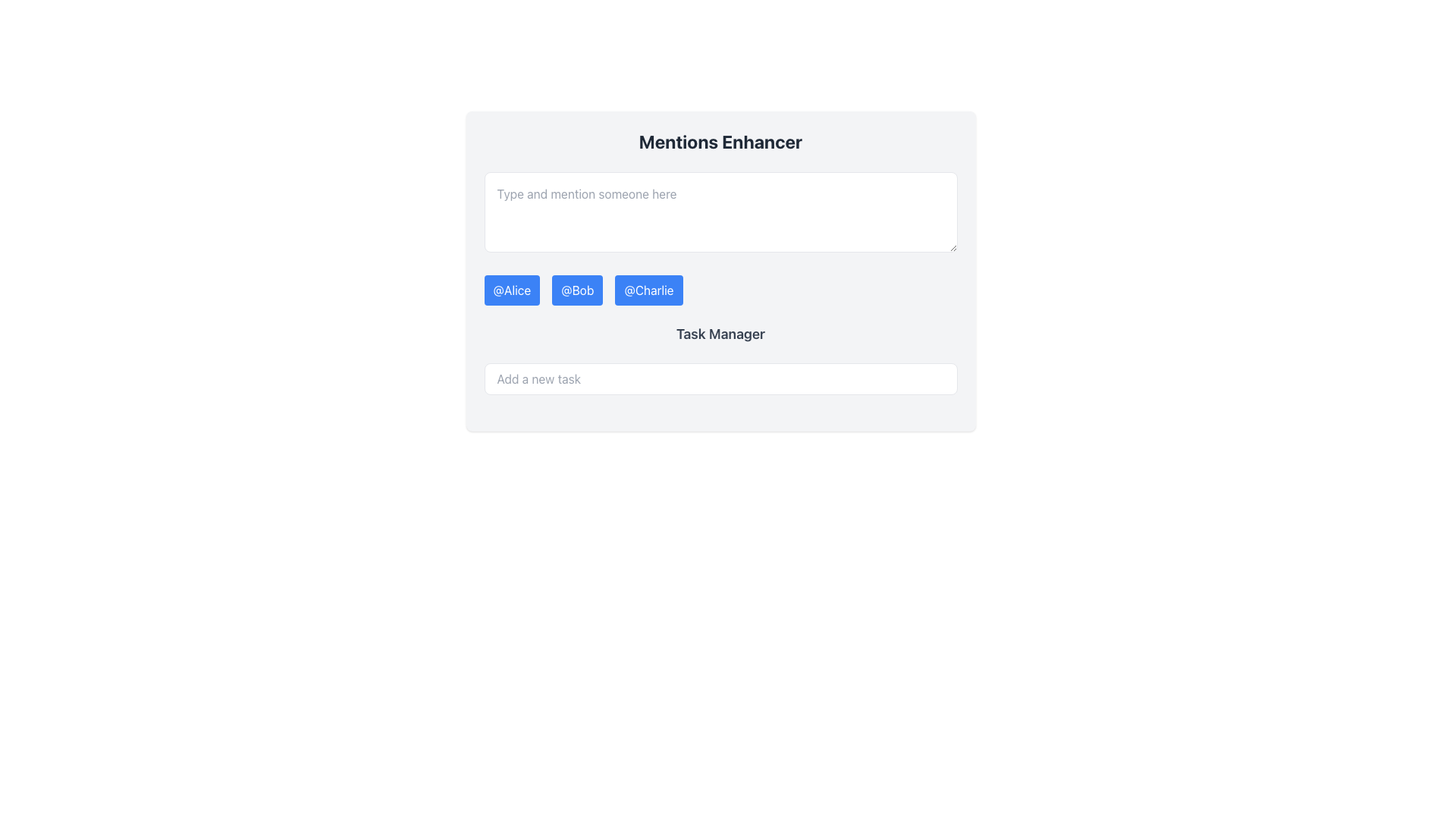 The width and height of the screenshot is (1456, 819). Describe the element at coordinates (720, 212) in the screenshot. I see `a selection within the text area input field styled with light gray borders and rounded corners, located in the 'Mentions Enhancer' card` at that location.